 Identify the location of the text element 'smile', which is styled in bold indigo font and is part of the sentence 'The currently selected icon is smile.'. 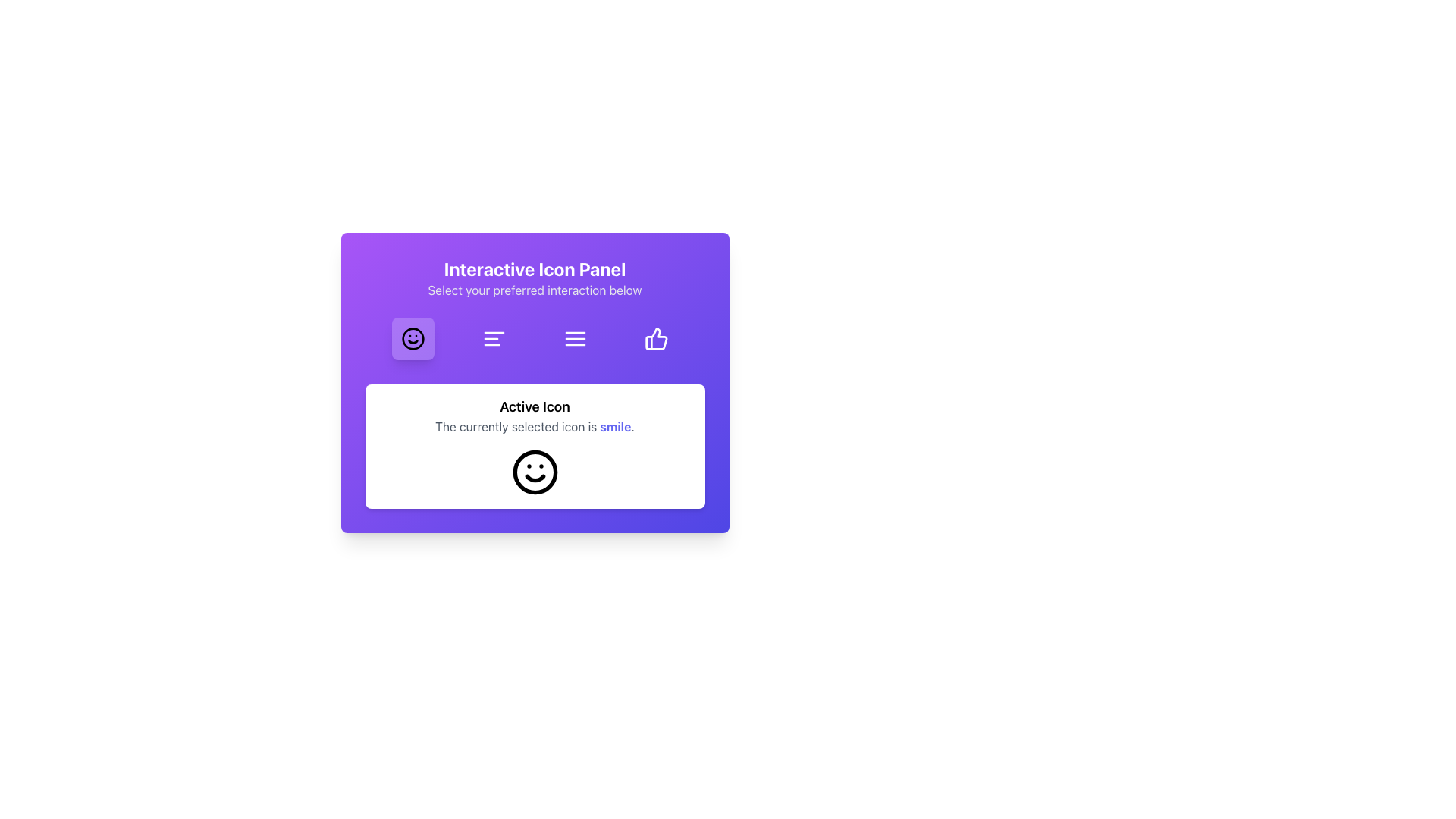
(613, 427).